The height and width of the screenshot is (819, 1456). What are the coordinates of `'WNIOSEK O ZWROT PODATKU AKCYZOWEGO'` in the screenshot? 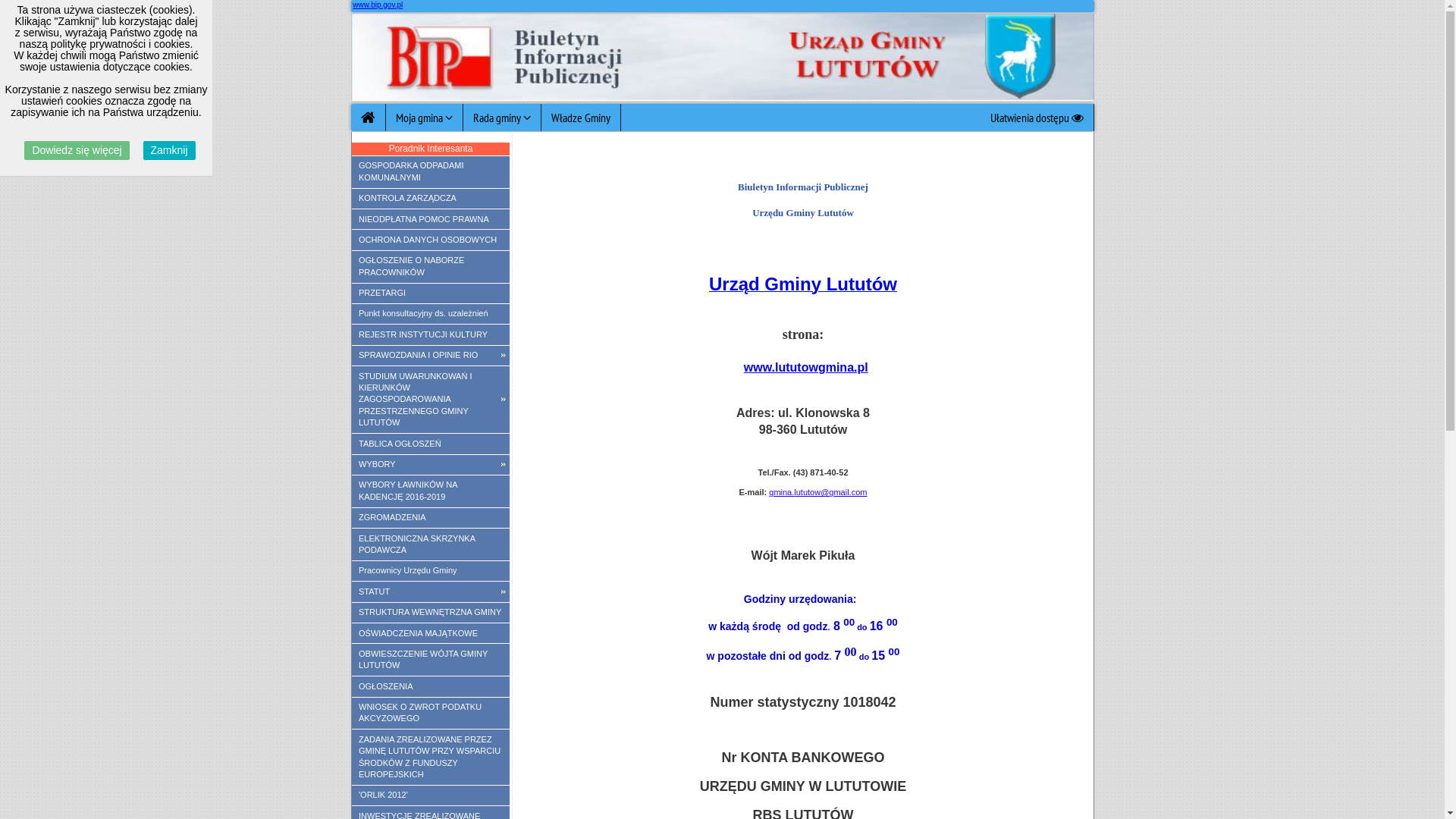 It's located at (351, 714).